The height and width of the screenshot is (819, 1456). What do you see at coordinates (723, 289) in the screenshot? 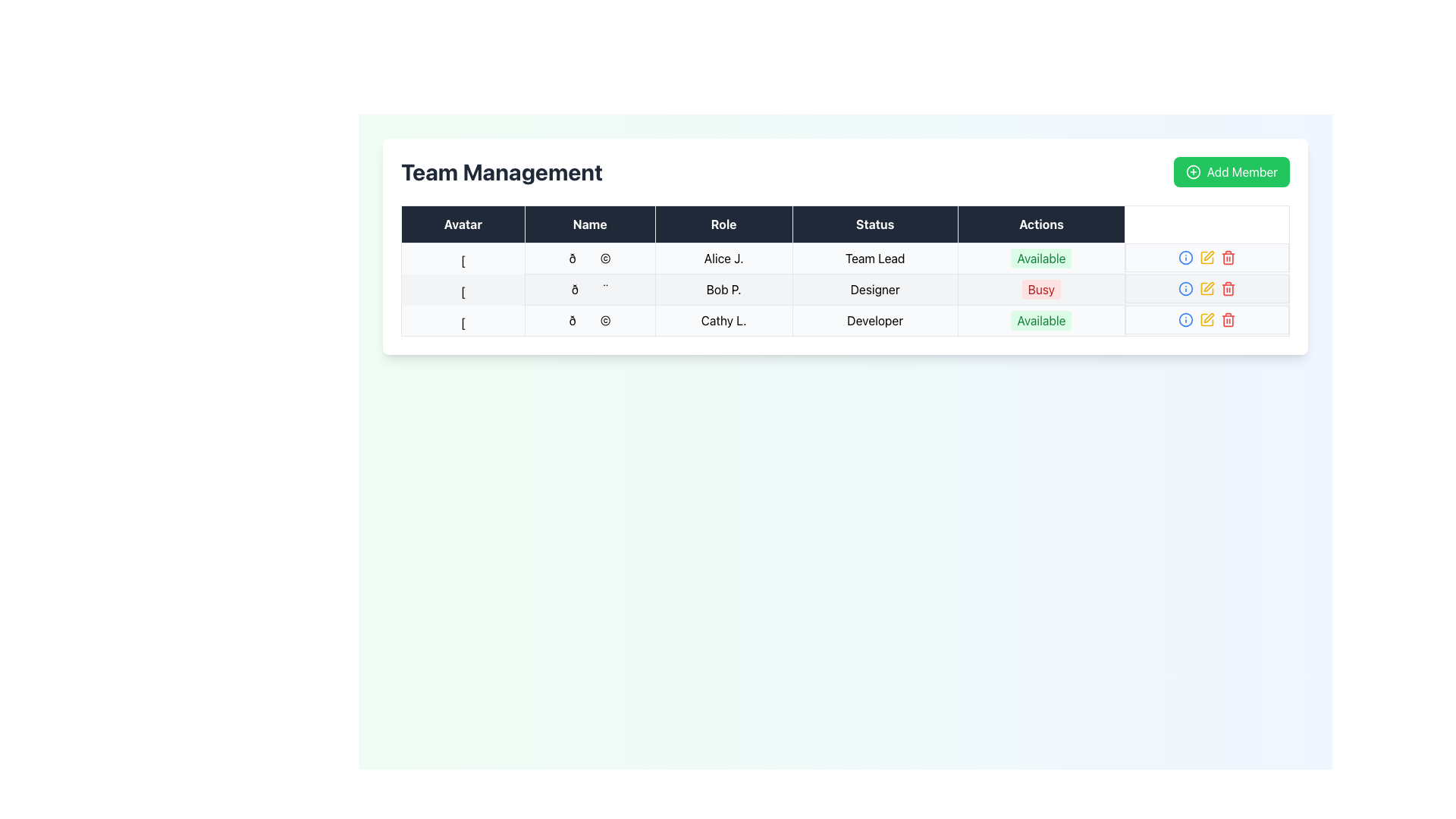
I see `the text element displaying the name 'Bob P.' in the second row of the table, located in the 'Name' column, styled with a plain black font on a white background` at bounding box center [723, 289].